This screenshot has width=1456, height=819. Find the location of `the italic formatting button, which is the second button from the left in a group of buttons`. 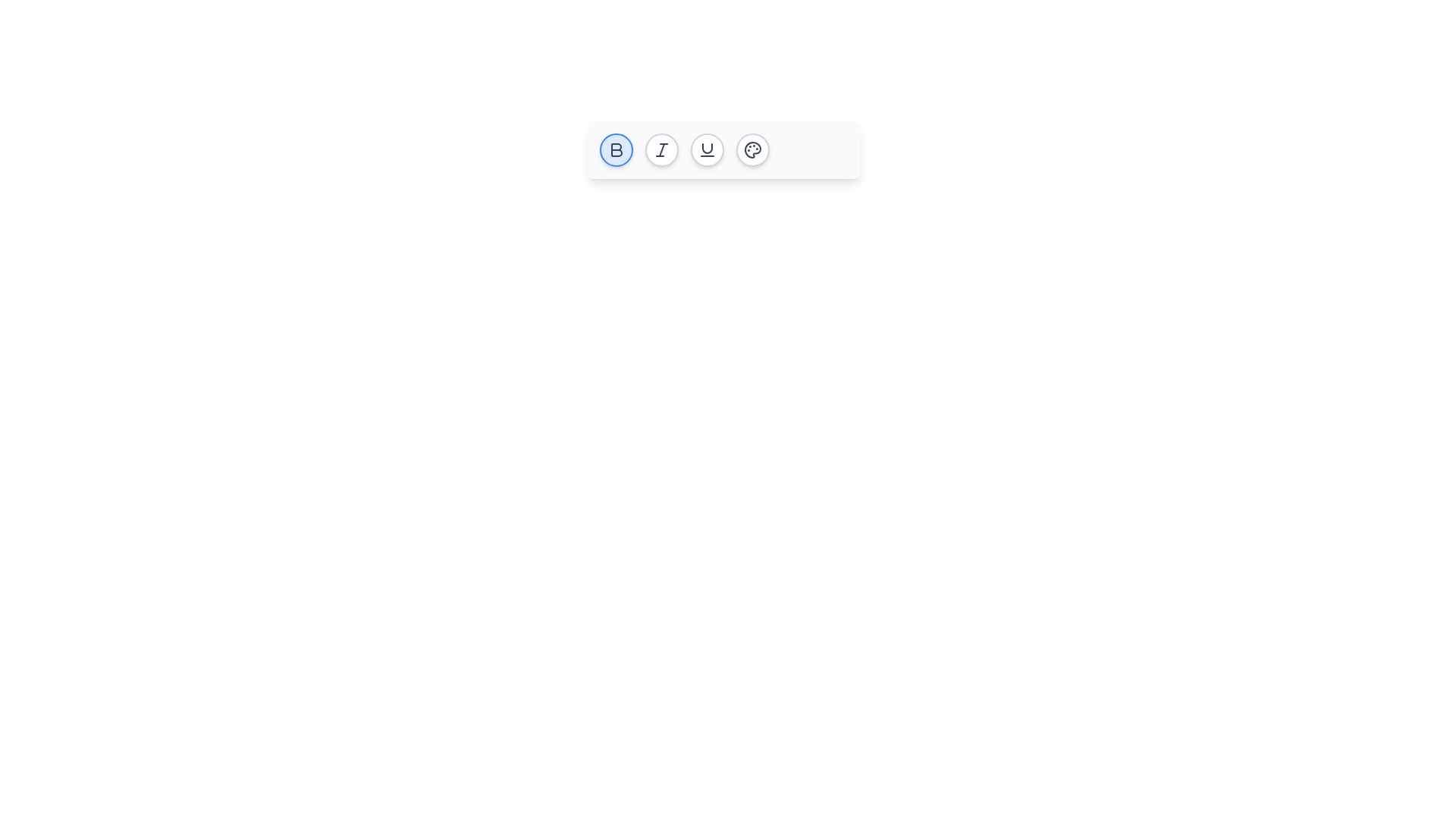

the italic formatting button, which is the second button from the left in a group of buttons is located at coordinates (662, 149).